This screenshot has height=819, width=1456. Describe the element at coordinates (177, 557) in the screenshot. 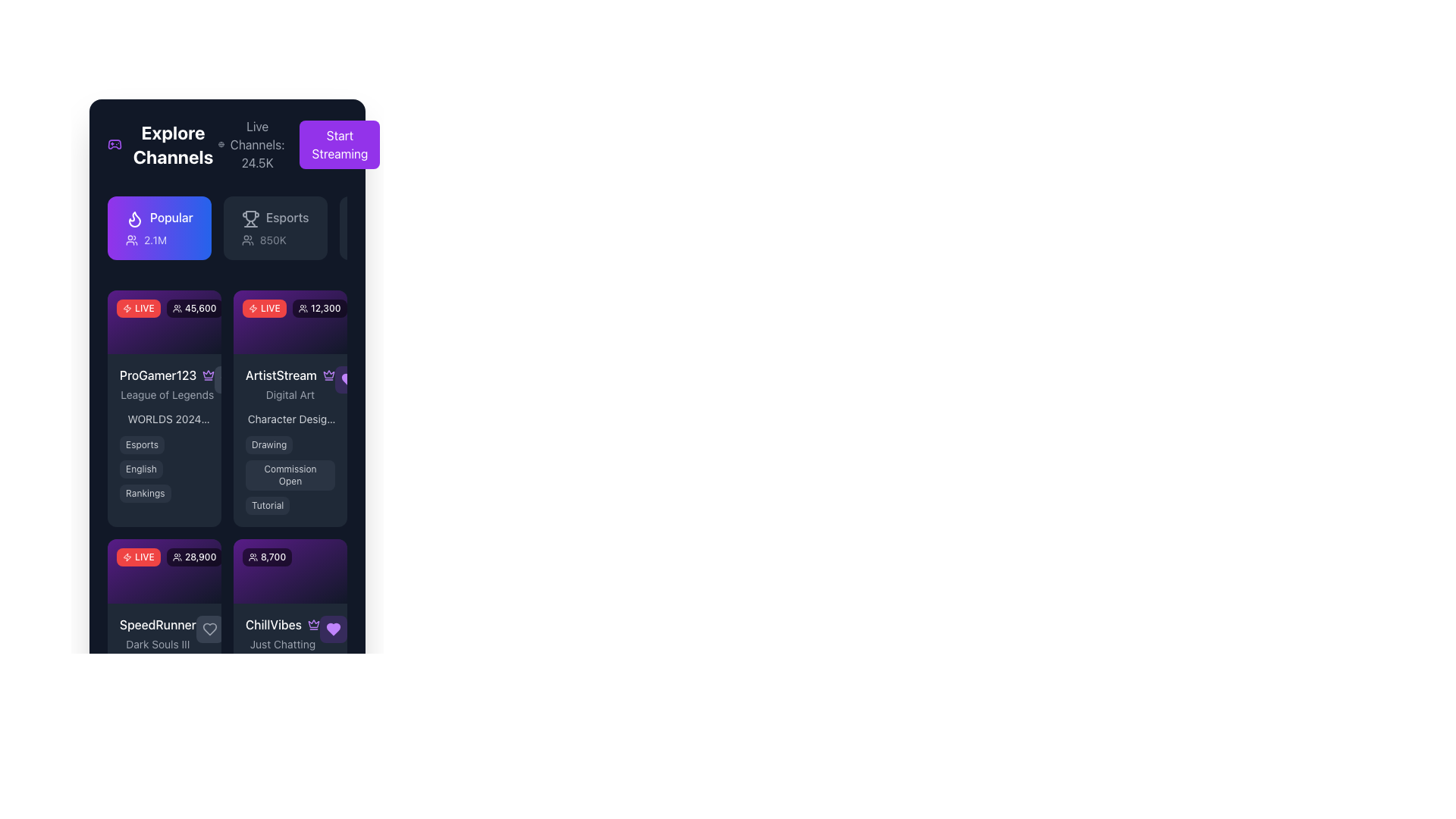

I see `the circular icon located to the left of the text '28,900' in the bottom left section of the grid, which serves as a visual indicator of the number of viewers or participants` at that location.